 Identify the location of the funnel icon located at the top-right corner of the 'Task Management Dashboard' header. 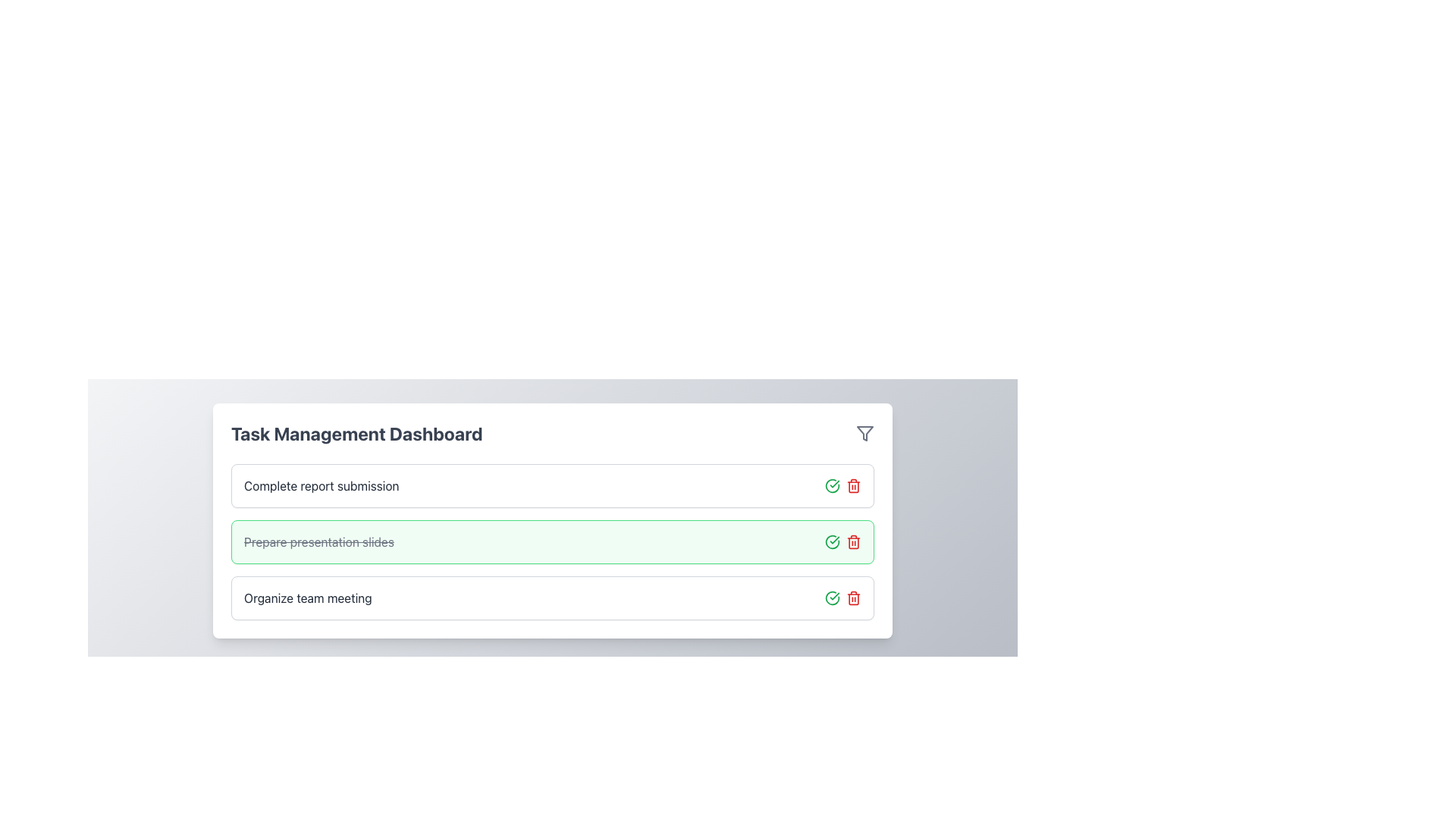
(865, 433).